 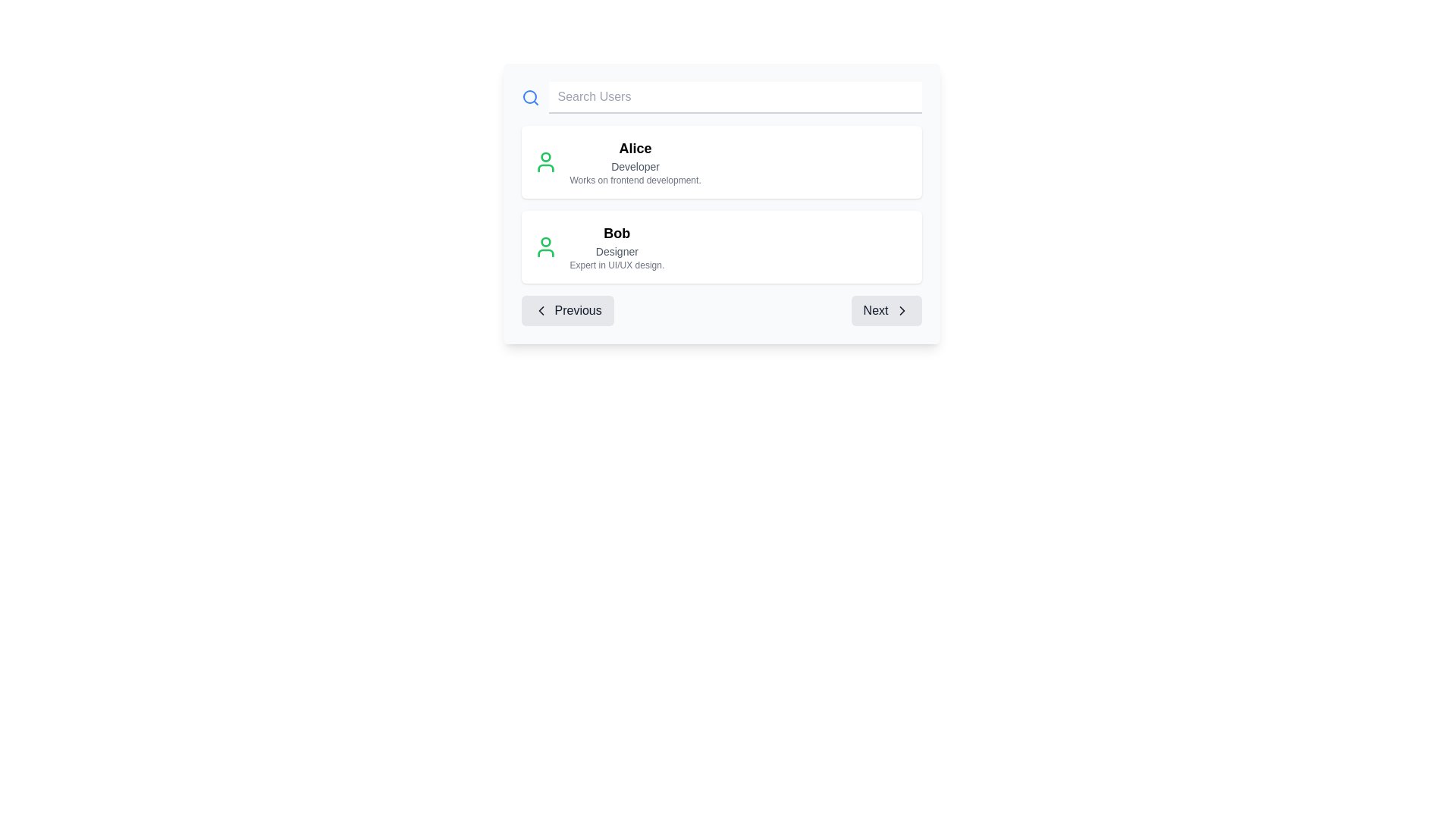 I want to click on the SVG circle element representing the user's profile head component, which is located to the left of the user's name and role details in the user list component, so click(x=545, y=241).